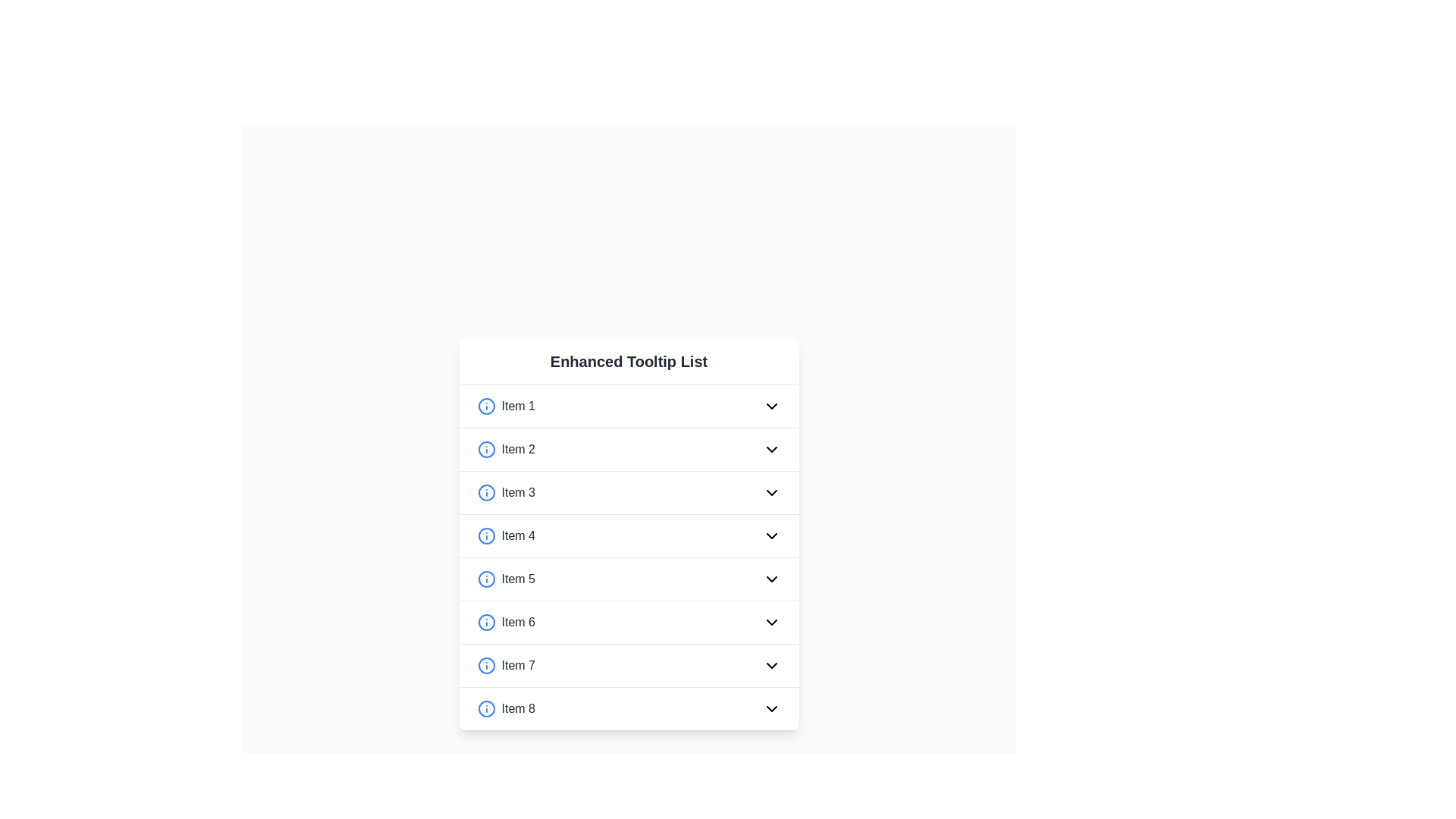 The image size is (1456, 819). I want to click on the chevron icon at the far right of the 'Item 1' list entry, so click(771, 406).